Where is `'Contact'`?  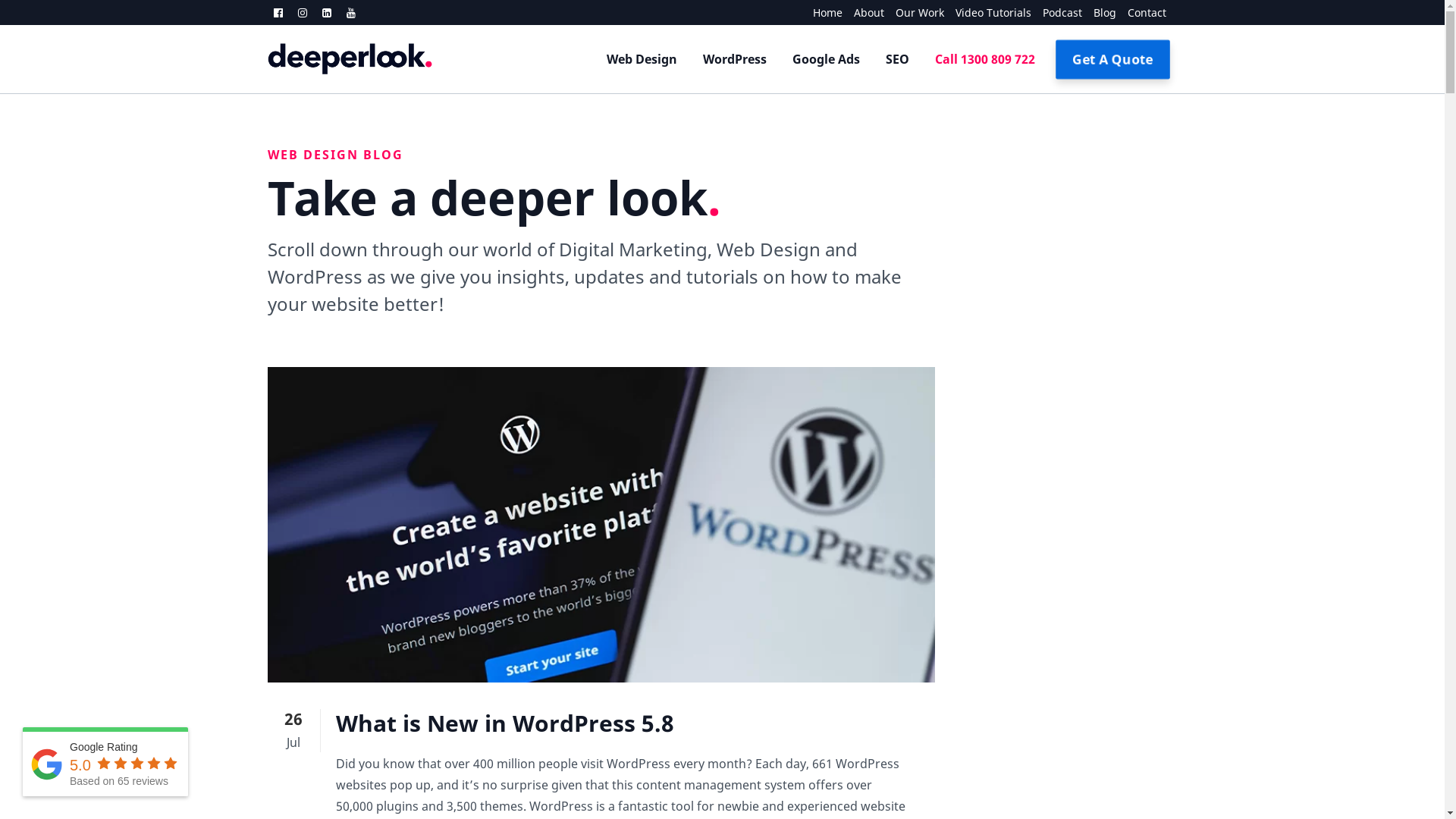 'Contact' is located at coordinates (1116, 12).